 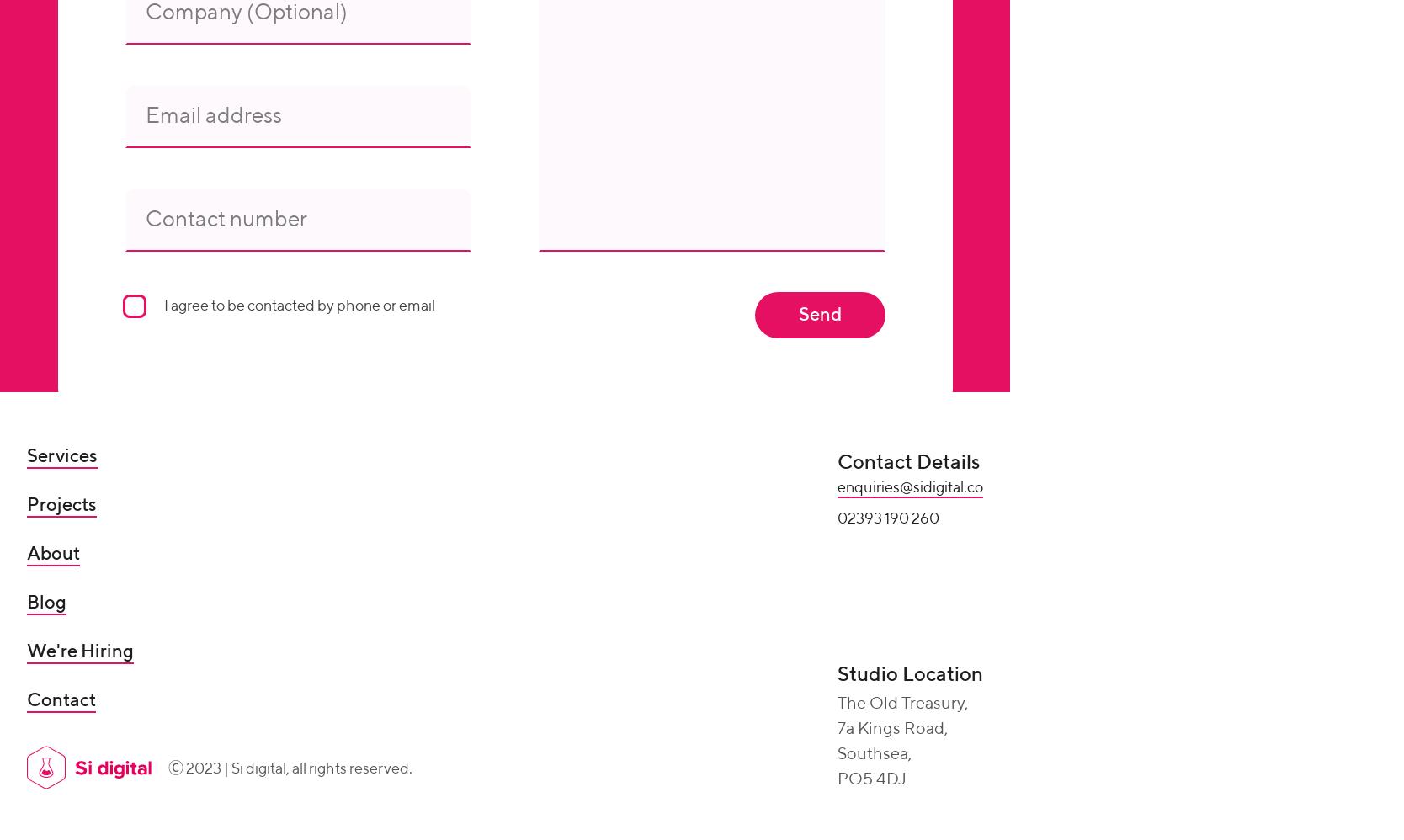 I want to click on 'Contact', so click(x=61, y=701).